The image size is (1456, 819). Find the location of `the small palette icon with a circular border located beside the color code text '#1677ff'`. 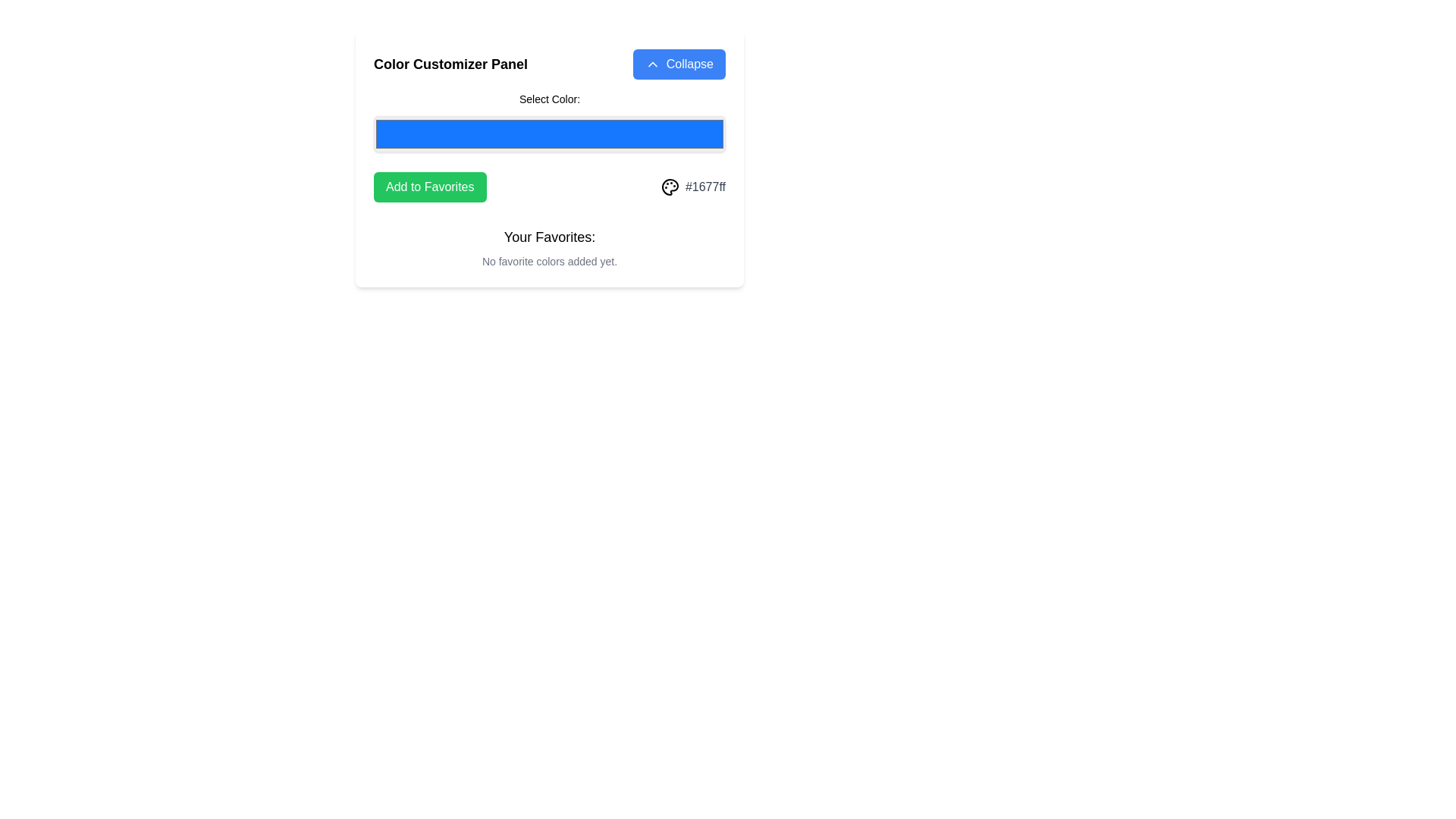

the small palette icon with a circular border located beside the color code text '#1677ff' is located at coordinates (669, 186).